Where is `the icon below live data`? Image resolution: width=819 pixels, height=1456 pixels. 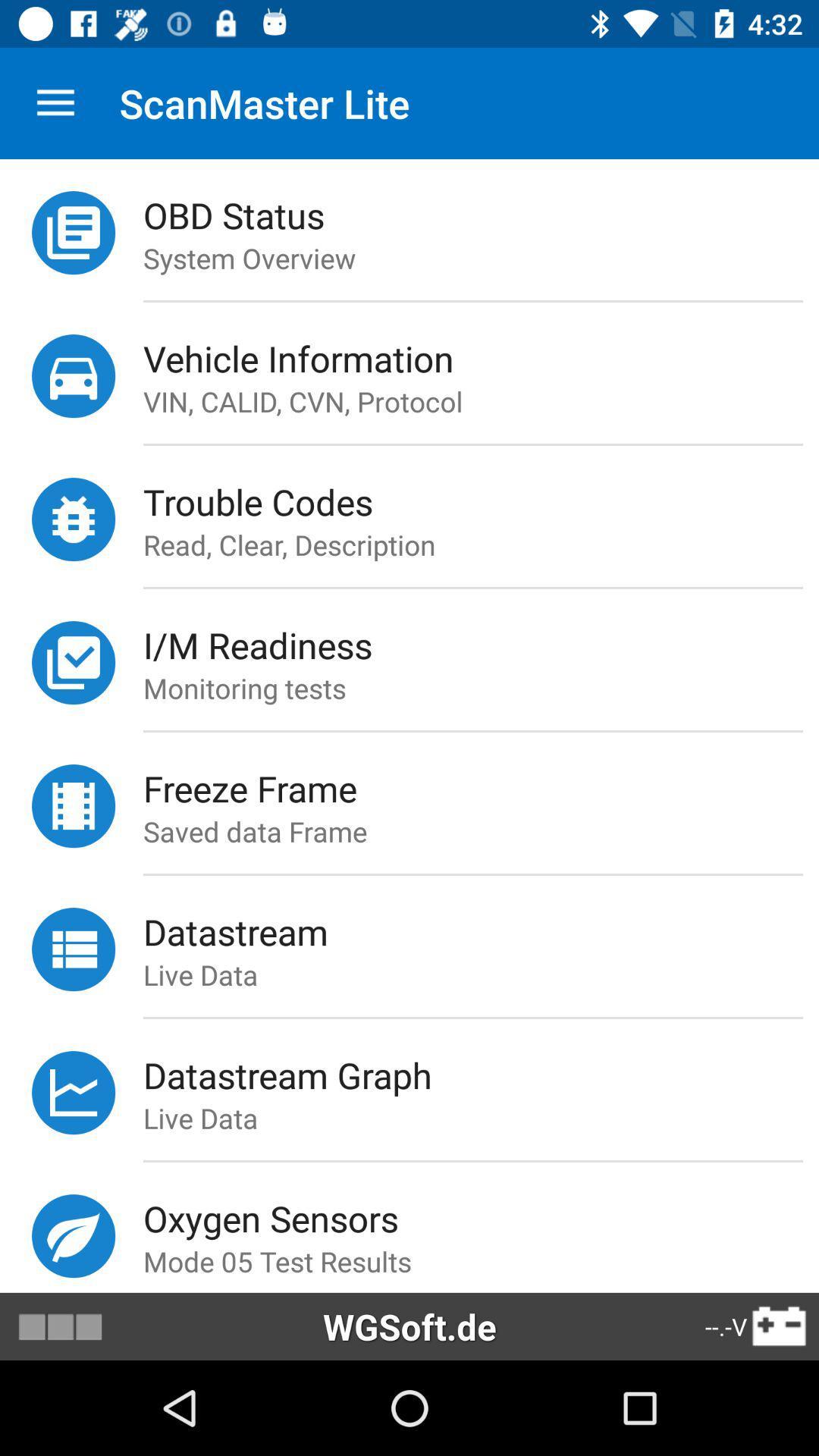
the icon below live data is located at coordinates (472, 1160).